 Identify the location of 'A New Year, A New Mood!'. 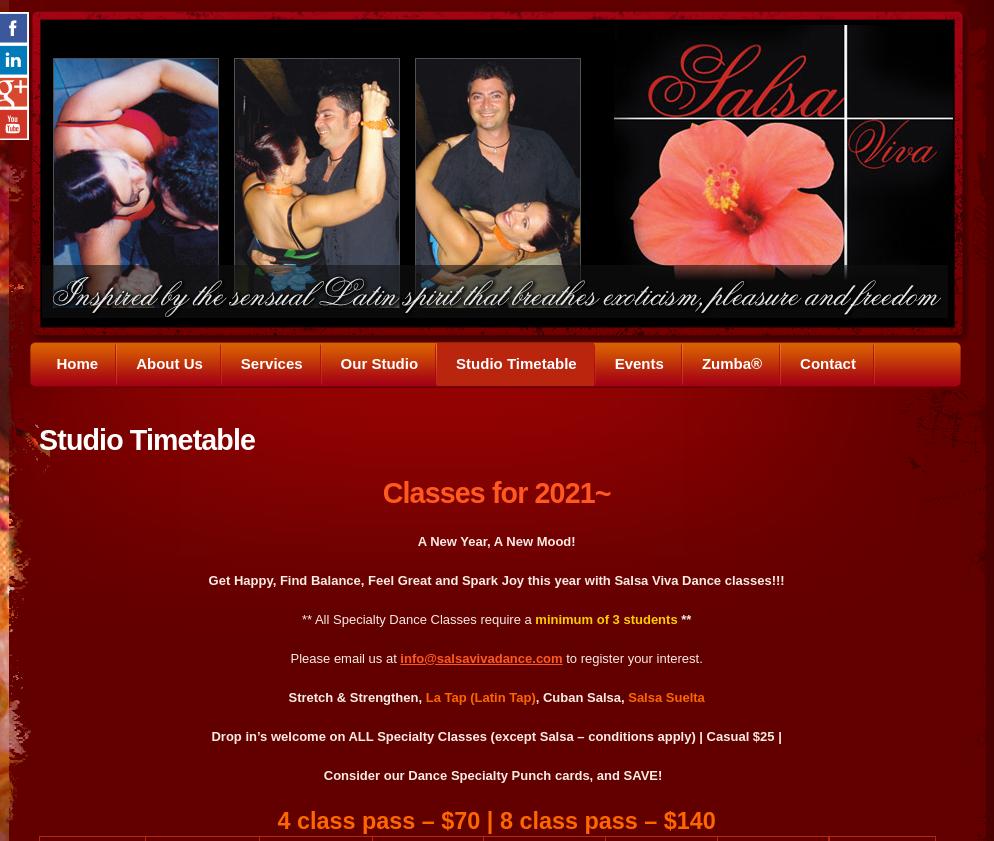
(495, 540).